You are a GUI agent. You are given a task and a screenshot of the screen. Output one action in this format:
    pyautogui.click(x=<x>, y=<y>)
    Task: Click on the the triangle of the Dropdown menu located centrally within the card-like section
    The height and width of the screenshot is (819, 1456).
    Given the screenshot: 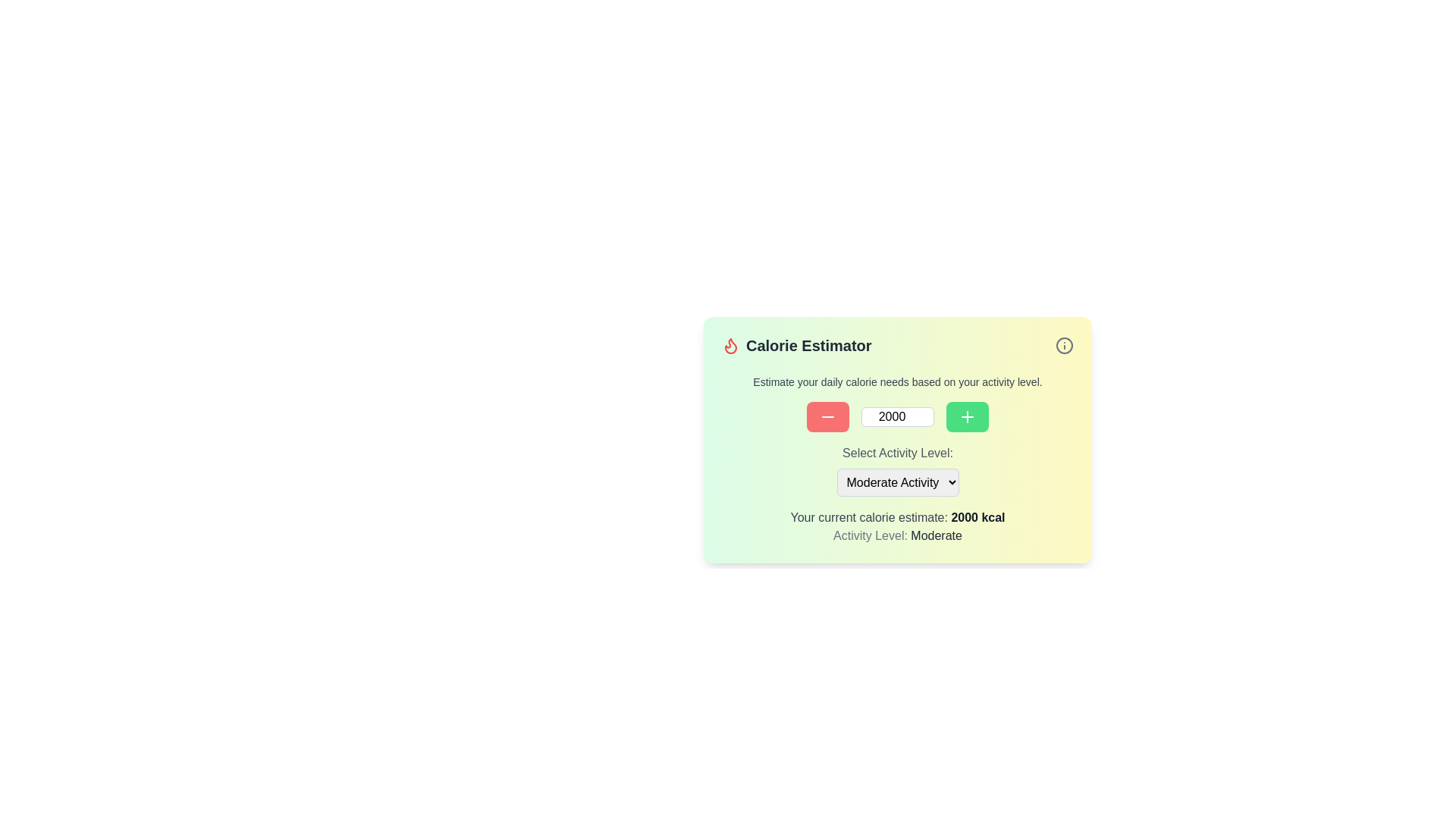 What is the action you would take?
    pyautogui.click(x=898, y=469)
    